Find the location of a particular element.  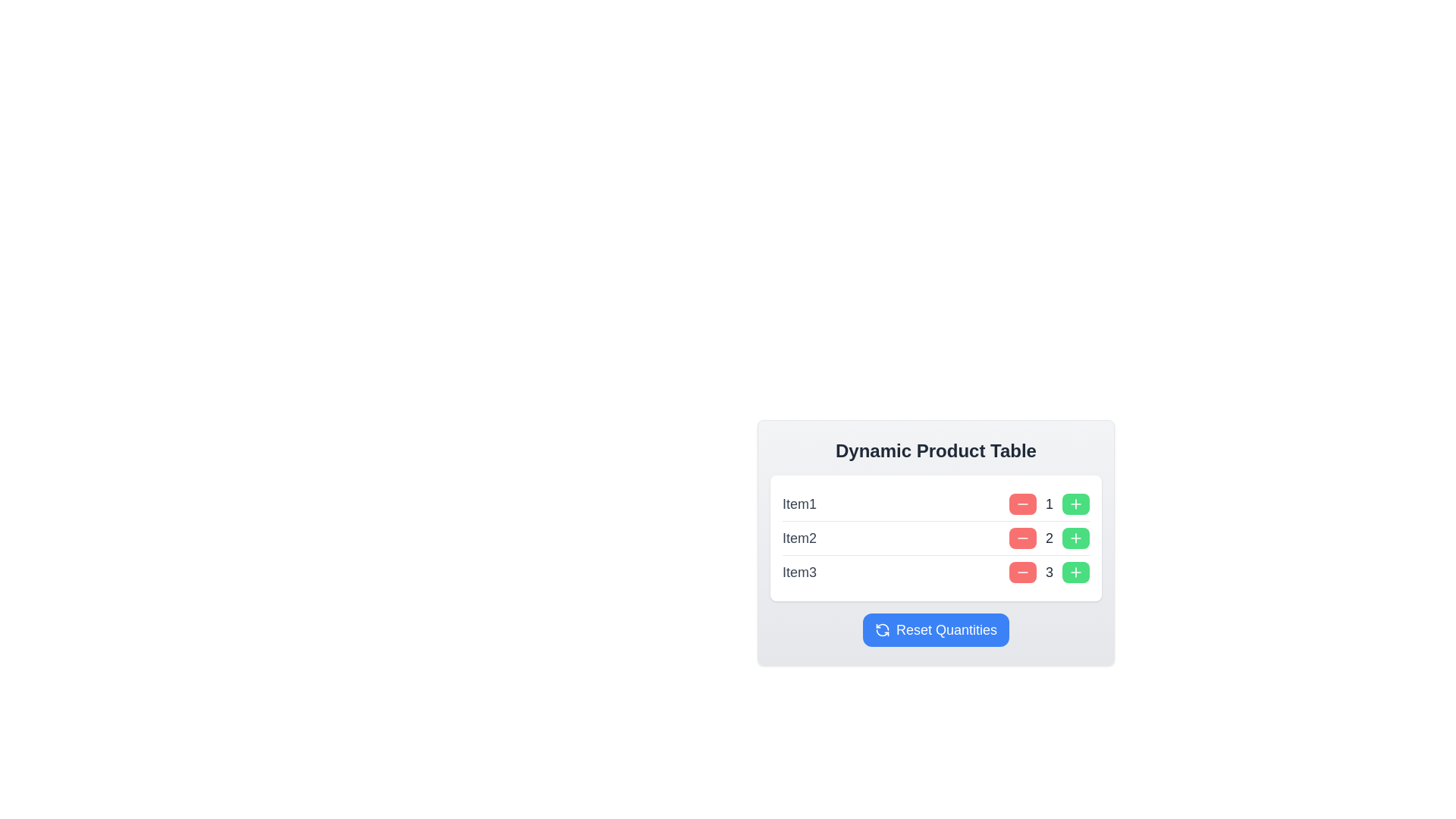

the numeric text '2' in the second row of the product table, which is styled with medium font weight and gray color, located between a red 'minus' button and a green 'plus' button is located at coordinates (1048, 537).